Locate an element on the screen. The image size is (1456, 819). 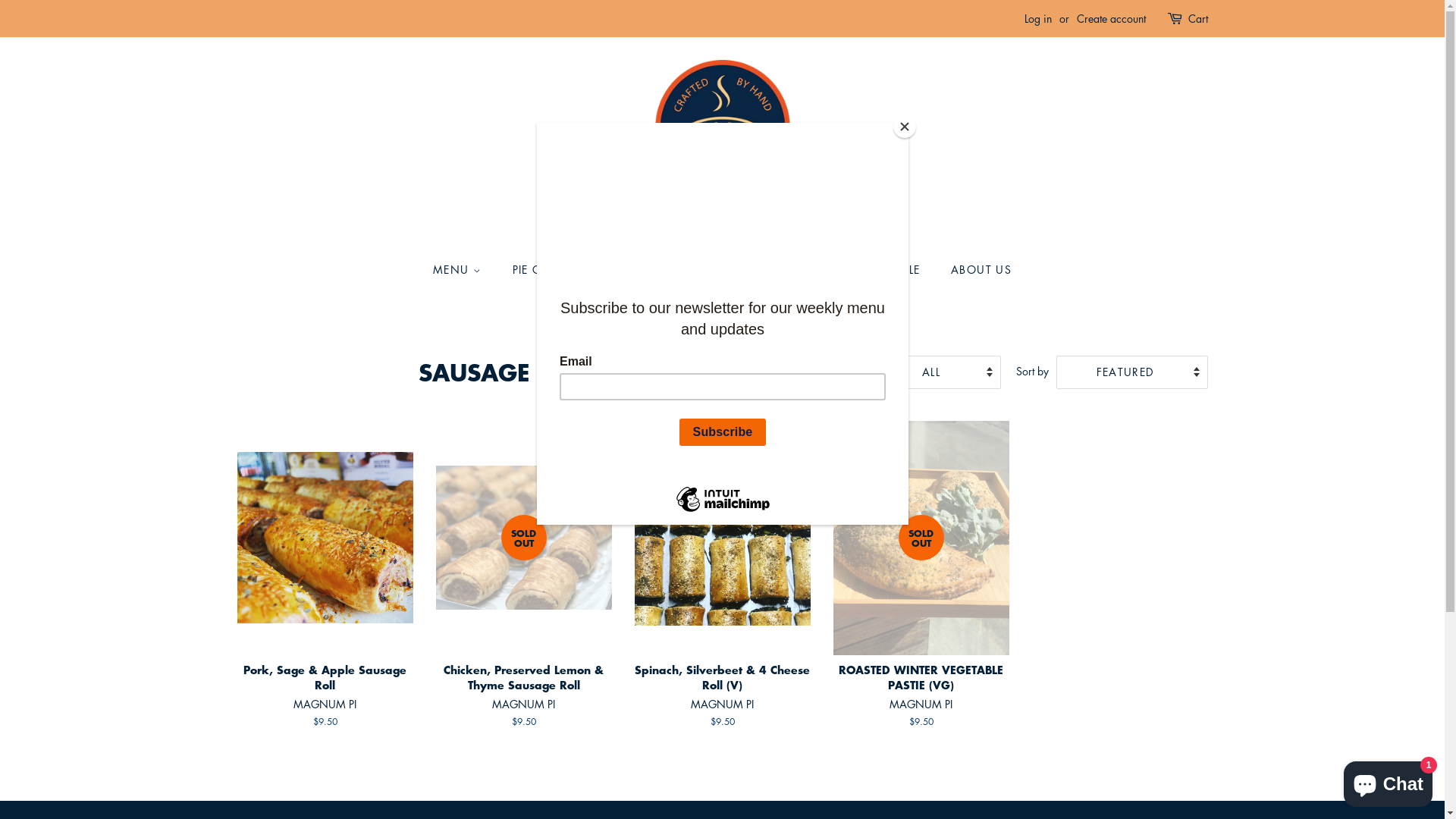
'Create account' is located at coordinates (1076, 17).